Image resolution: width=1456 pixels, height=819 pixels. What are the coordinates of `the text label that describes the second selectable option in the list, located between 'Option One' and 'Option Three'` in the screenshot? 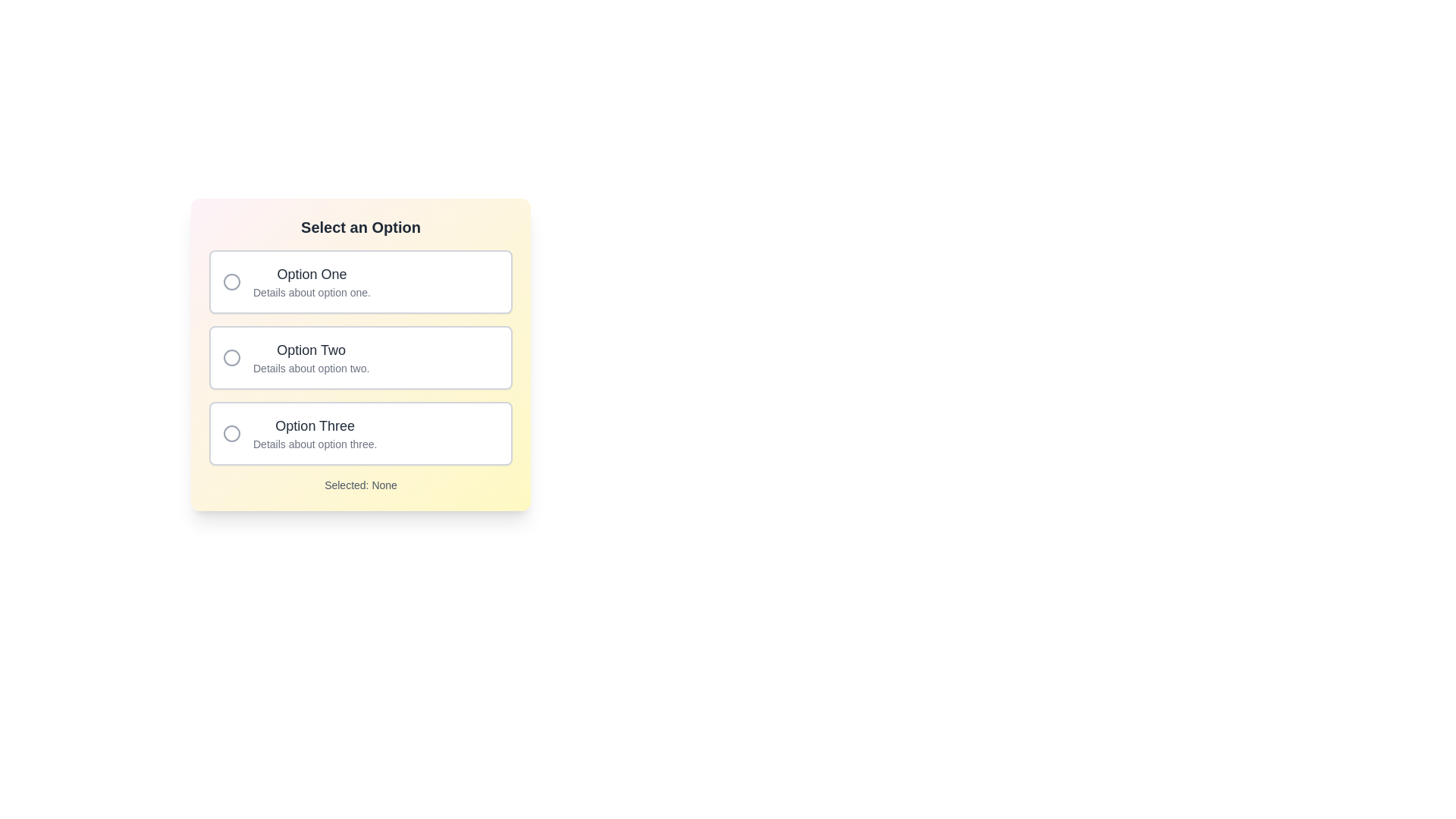 It's located at (310, 357).